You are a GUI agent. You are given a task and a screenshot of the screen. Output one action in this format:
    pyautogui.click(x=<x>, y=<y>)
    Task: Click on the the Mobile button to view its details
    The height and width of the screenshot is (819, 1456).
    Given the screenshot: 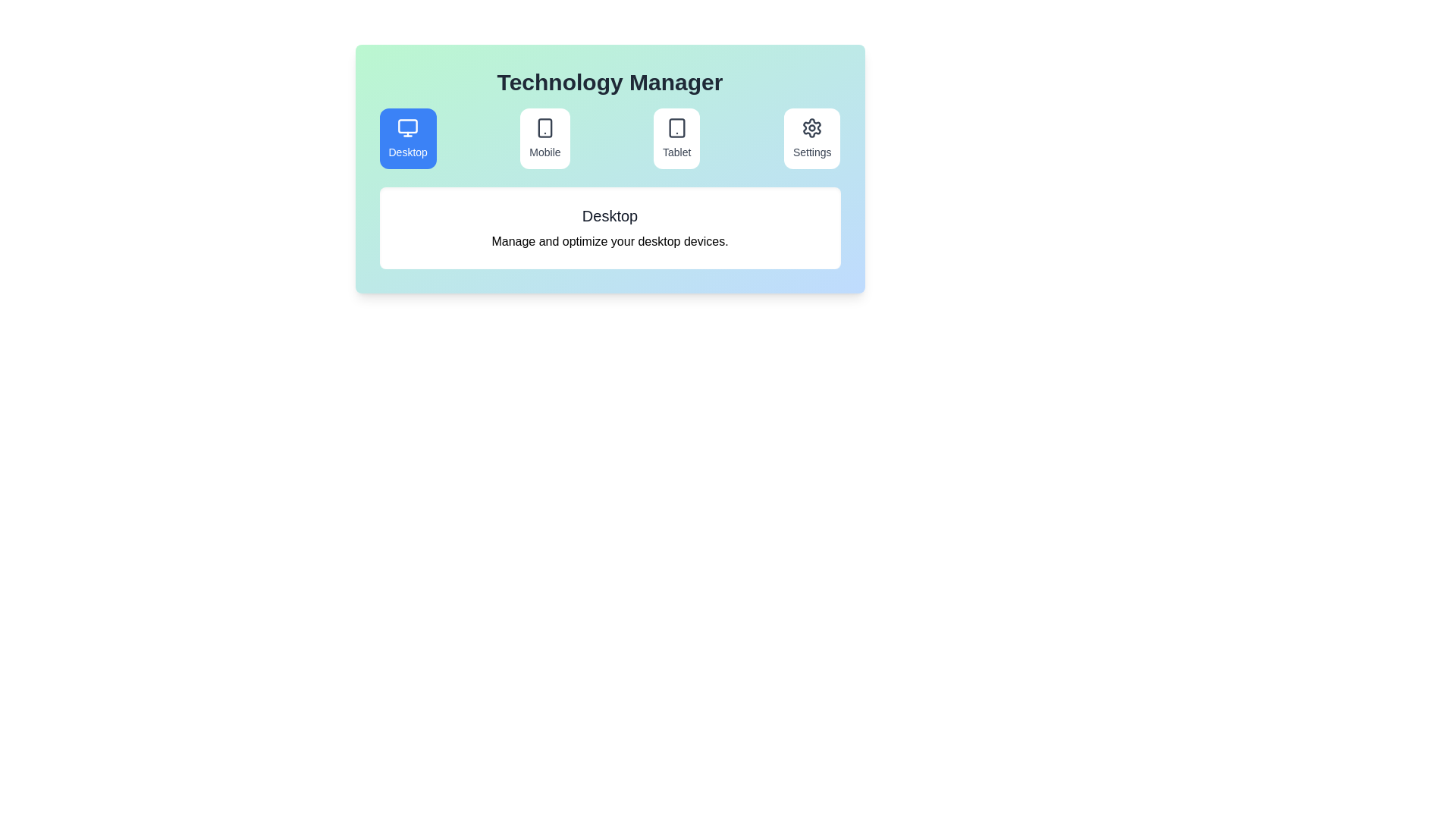 What is the action you would take?
    pyautogui.click(x=544, y=138)
    